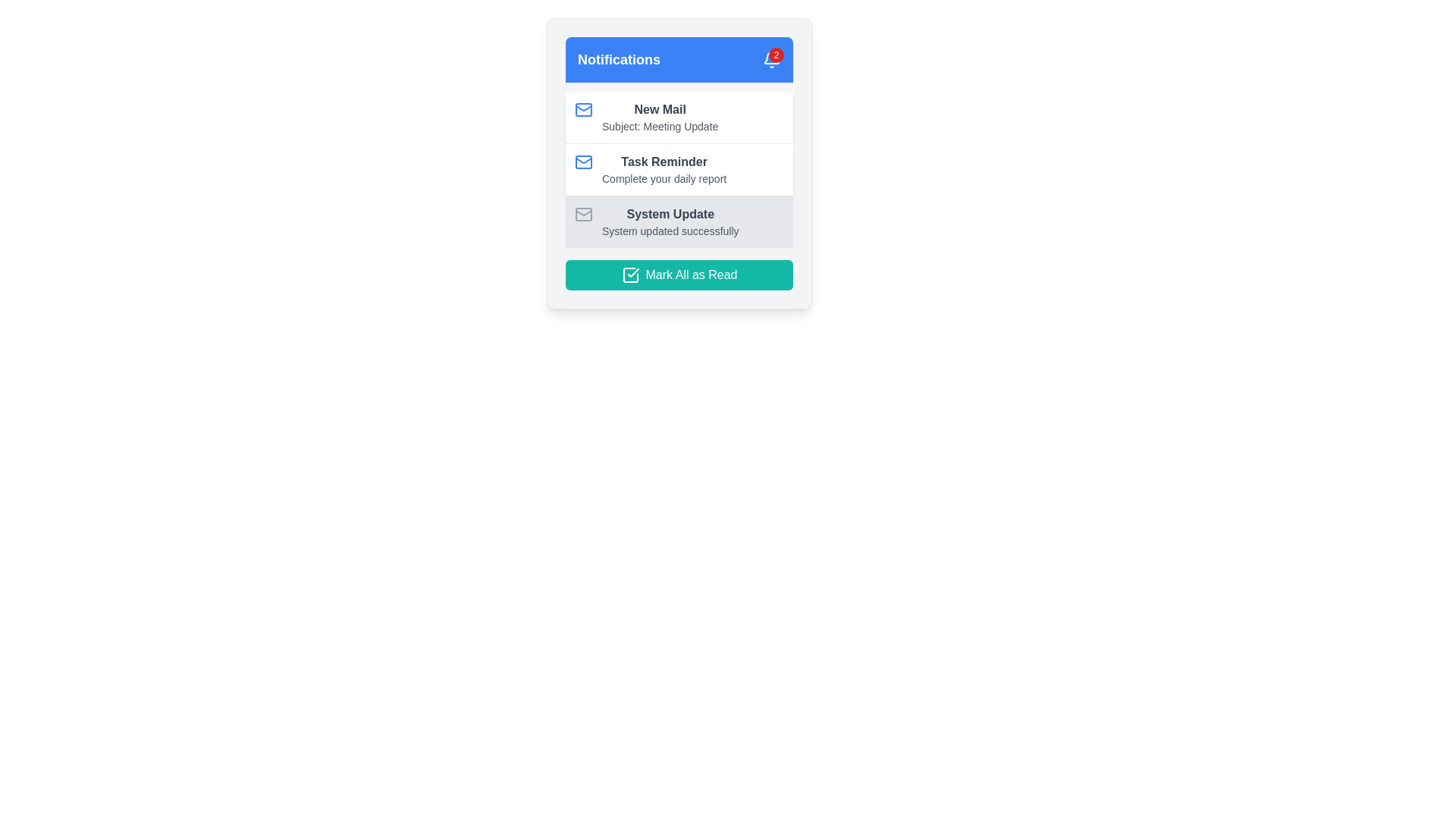 Image resolution: width=1456 pixels, height=819 pixels. What do you see at coordinates (679, 275) in the screenshot?
I see `the button located at the bottom edge of the notification card to mark all notifications as read` at bounding box center [679, 275].